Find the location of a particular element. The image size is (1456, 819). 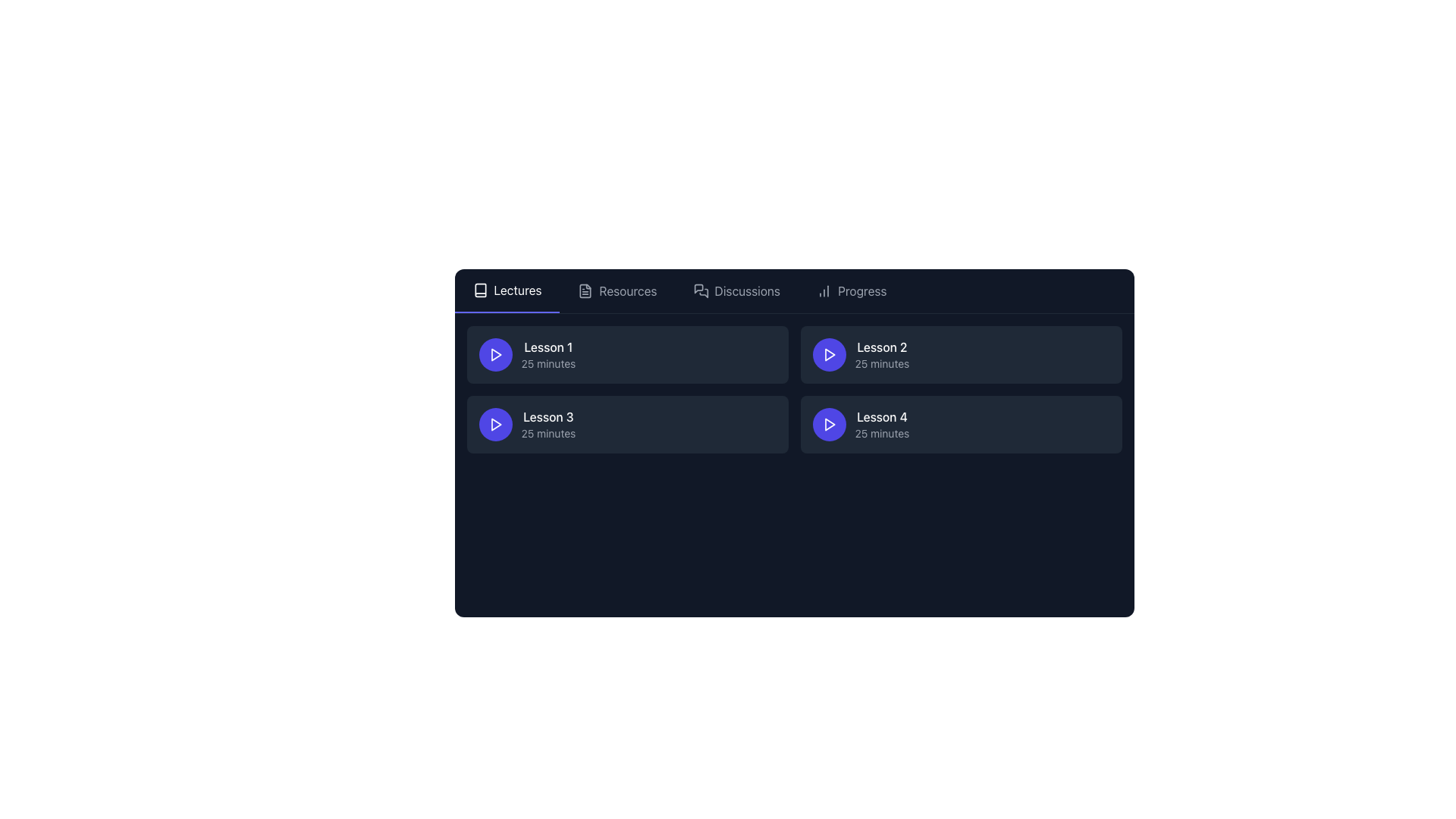

the play button located to the left of the text 'Lesson 2' is located at coordinates (828, 354).